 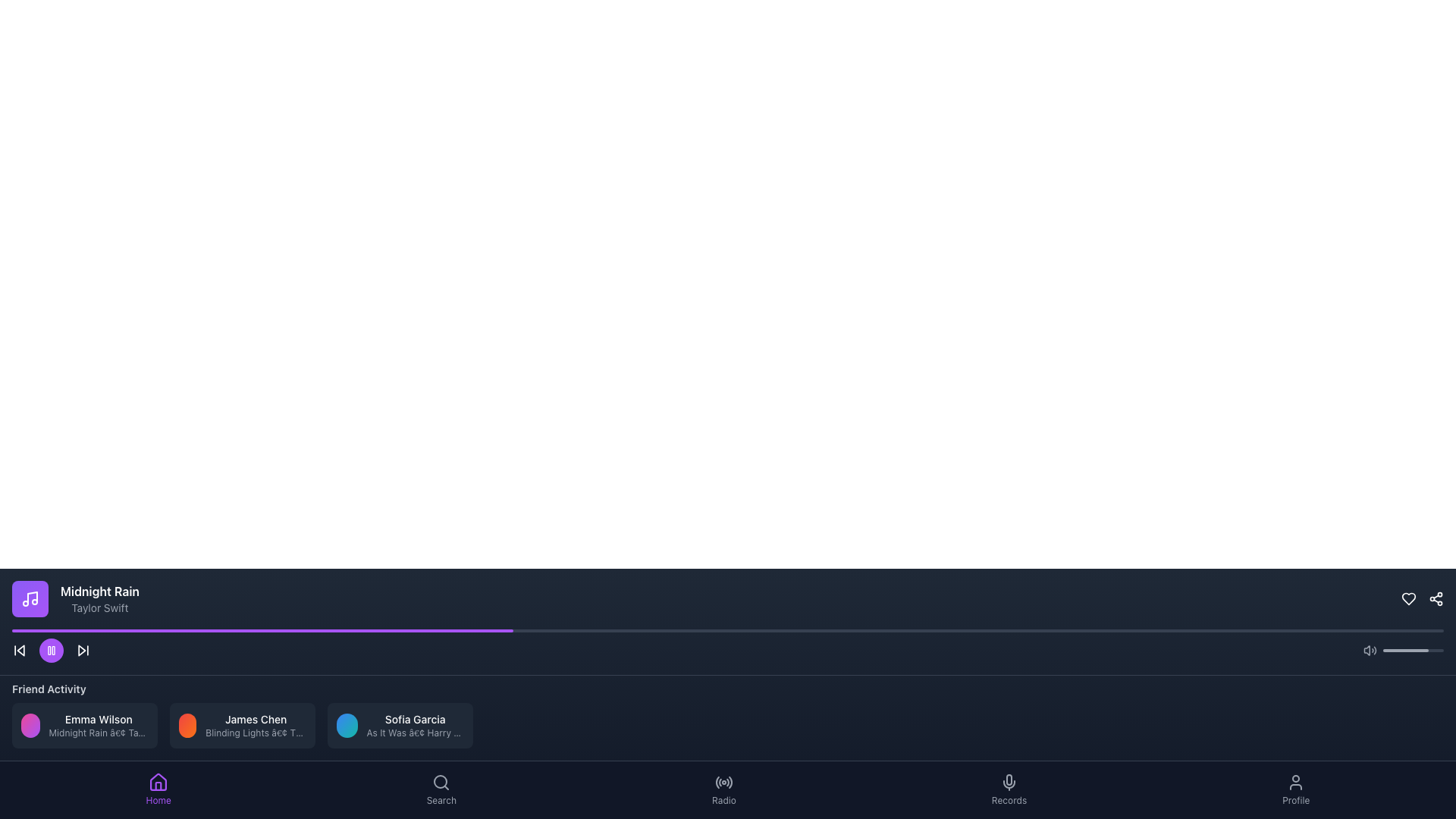 What do you see at coordinates (30, 724) in the screenshot?
I see `the circular avatar profile indicator located in the 'Friend Activity' section, which has a gradient color from pink to purple and is aligned with the text 'Emma Wilson' and 'Midnight Rain • Taylor Swift.'` at bounding box center [30, 724].